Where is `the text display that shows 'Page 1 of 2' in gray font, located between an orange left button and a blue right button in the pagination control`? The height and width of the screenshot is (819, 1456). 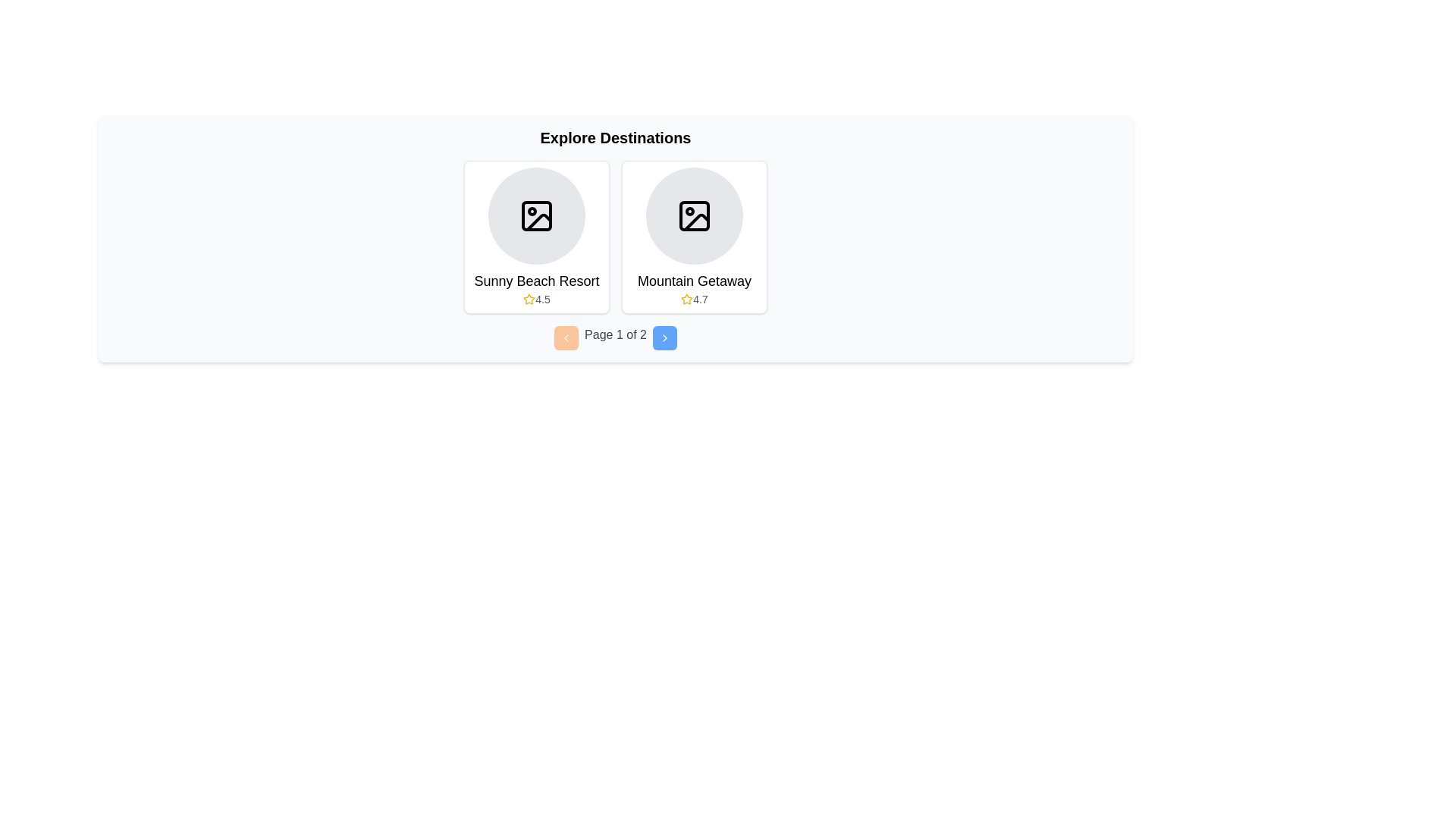 the text display that shows 'Page 1 of 2' in gray font, located between an orange left button and a blue right button in the pagination control is located at coordinates (615, 337).